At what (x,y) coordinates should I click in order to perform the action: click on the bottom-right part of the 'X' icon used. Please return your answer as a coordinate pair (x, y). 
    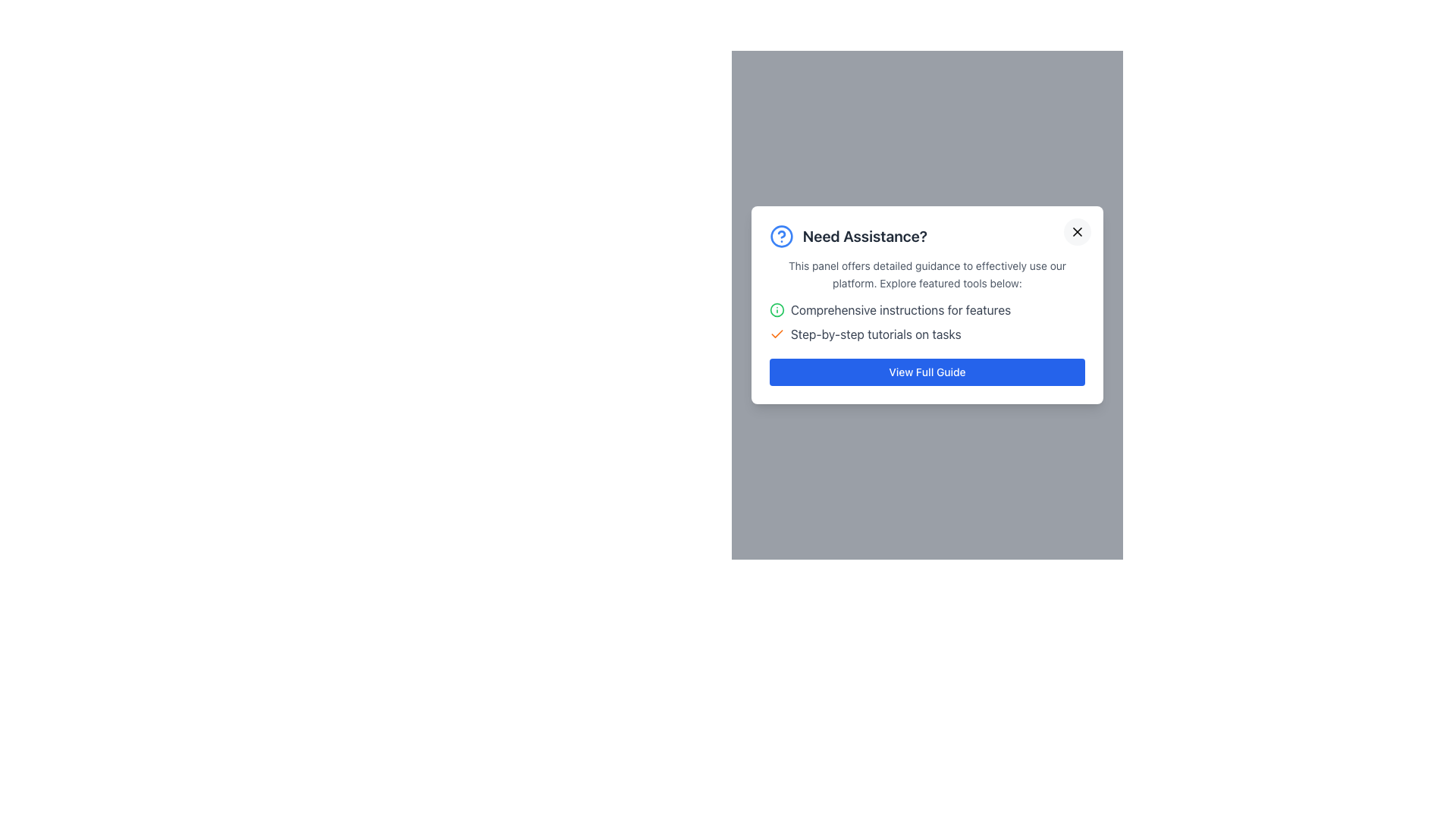
    Looking at the image, I should click on (1077, 231).